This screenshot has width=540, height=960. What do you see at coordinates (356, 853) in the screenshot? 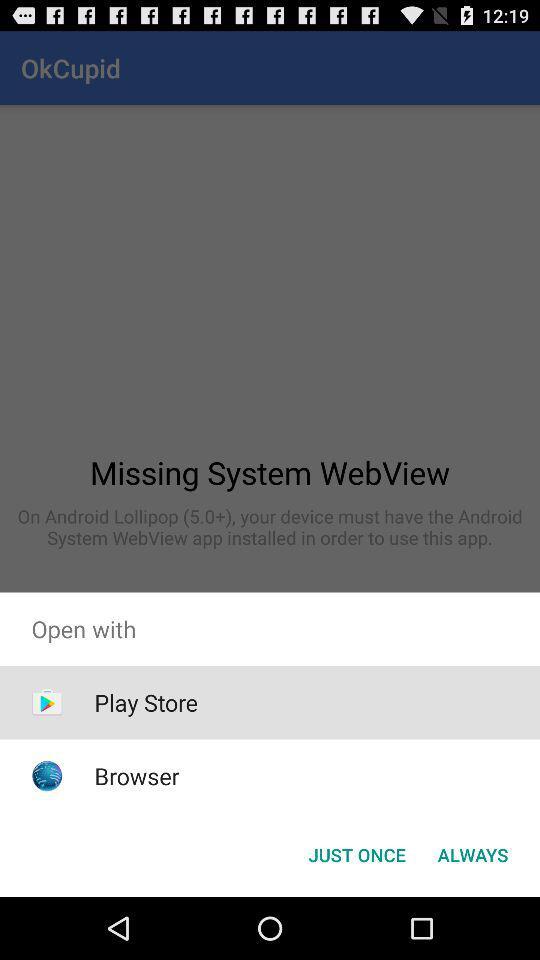
I see `button next to the always icon` at bounding box center [356, 853].